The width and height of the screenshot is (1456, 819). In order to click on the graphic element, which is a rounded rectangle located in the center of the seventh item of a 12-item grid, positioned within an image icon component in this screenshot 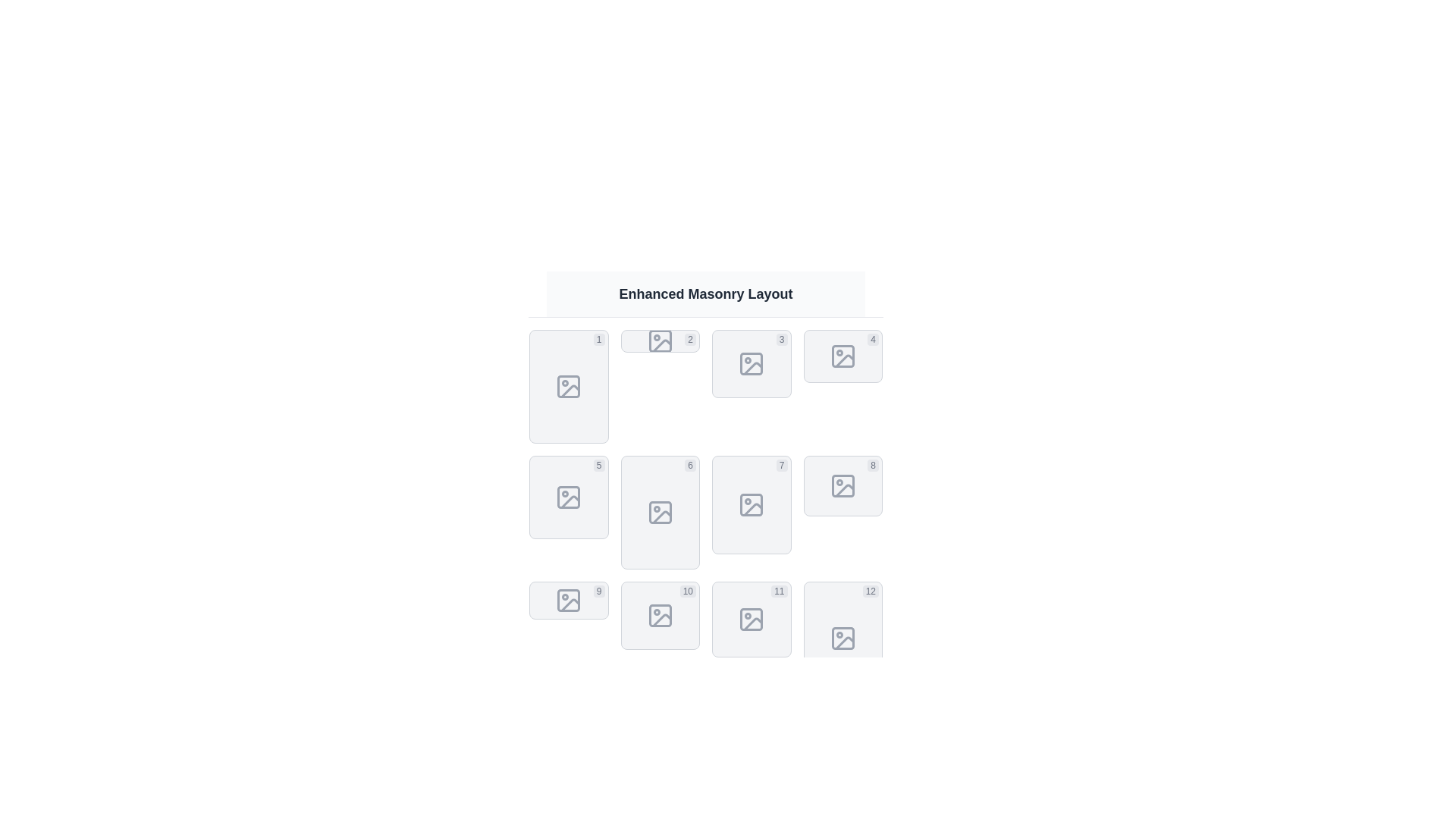, I will do `click(752, 505)`.